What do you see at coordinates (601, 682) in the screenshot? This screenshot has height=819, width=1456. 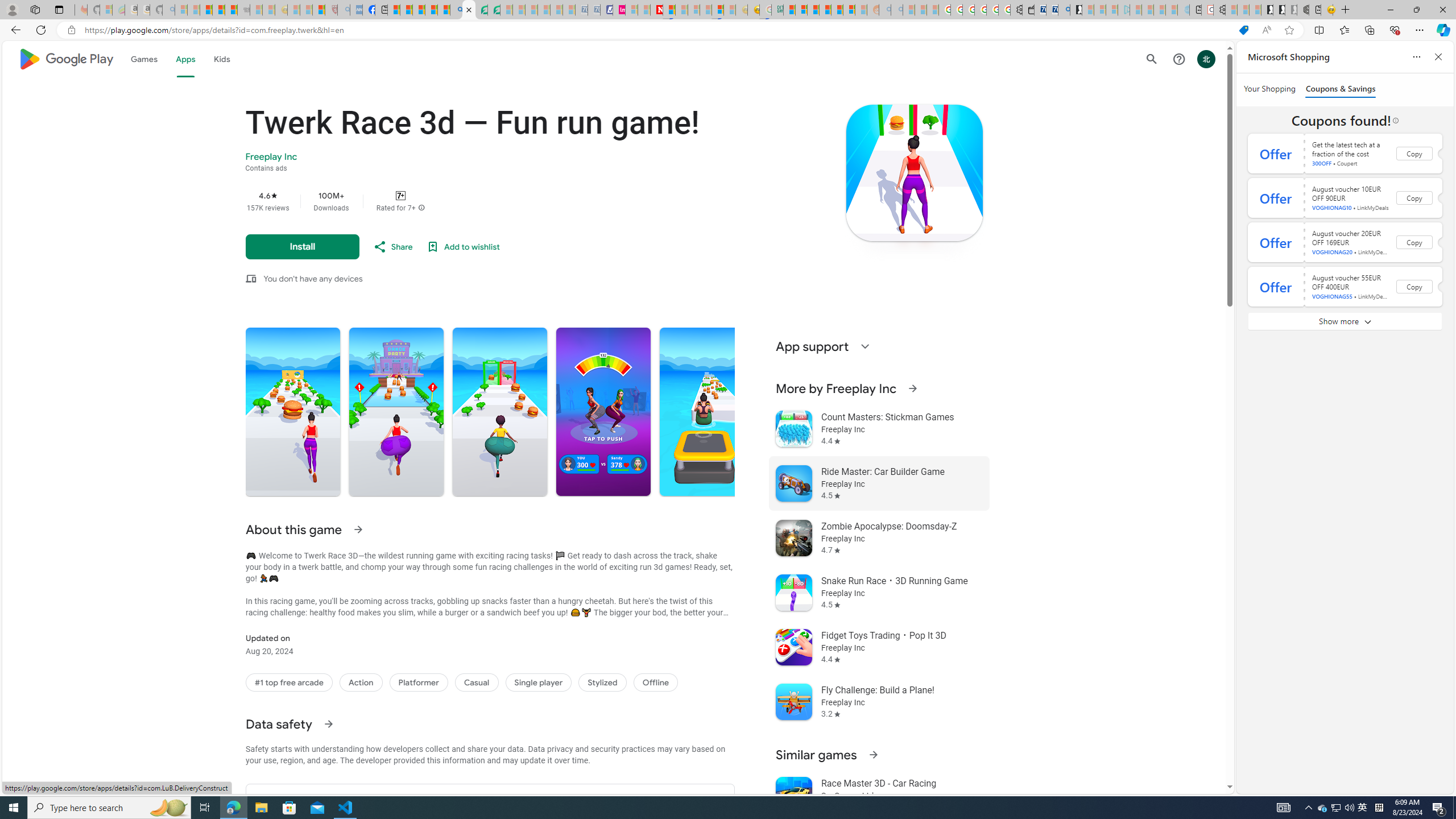 I see `'Stylized'` at bounding box center [601, 682].